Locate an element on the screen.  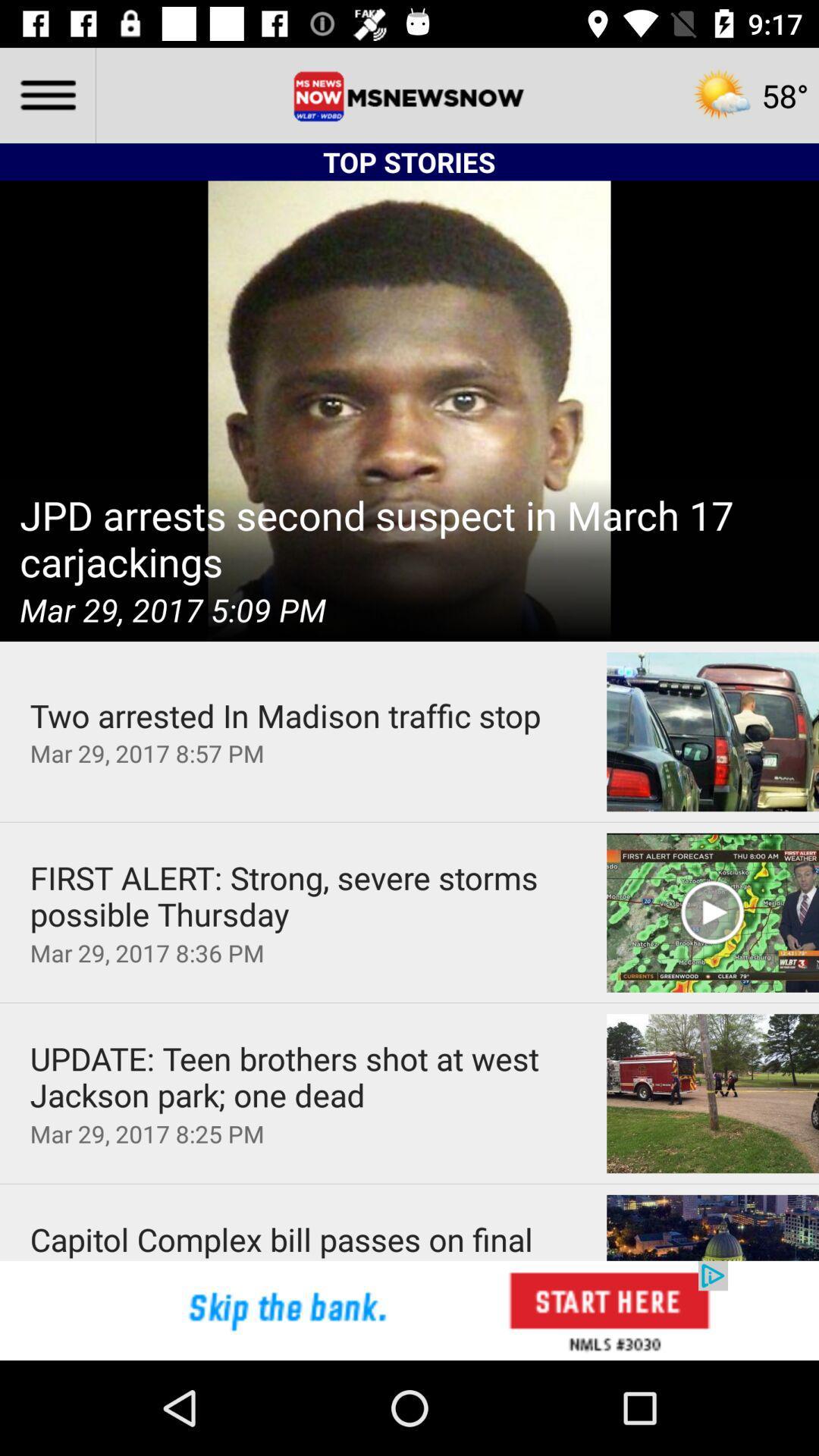
the settings icon is located at coordinates (749, 94).